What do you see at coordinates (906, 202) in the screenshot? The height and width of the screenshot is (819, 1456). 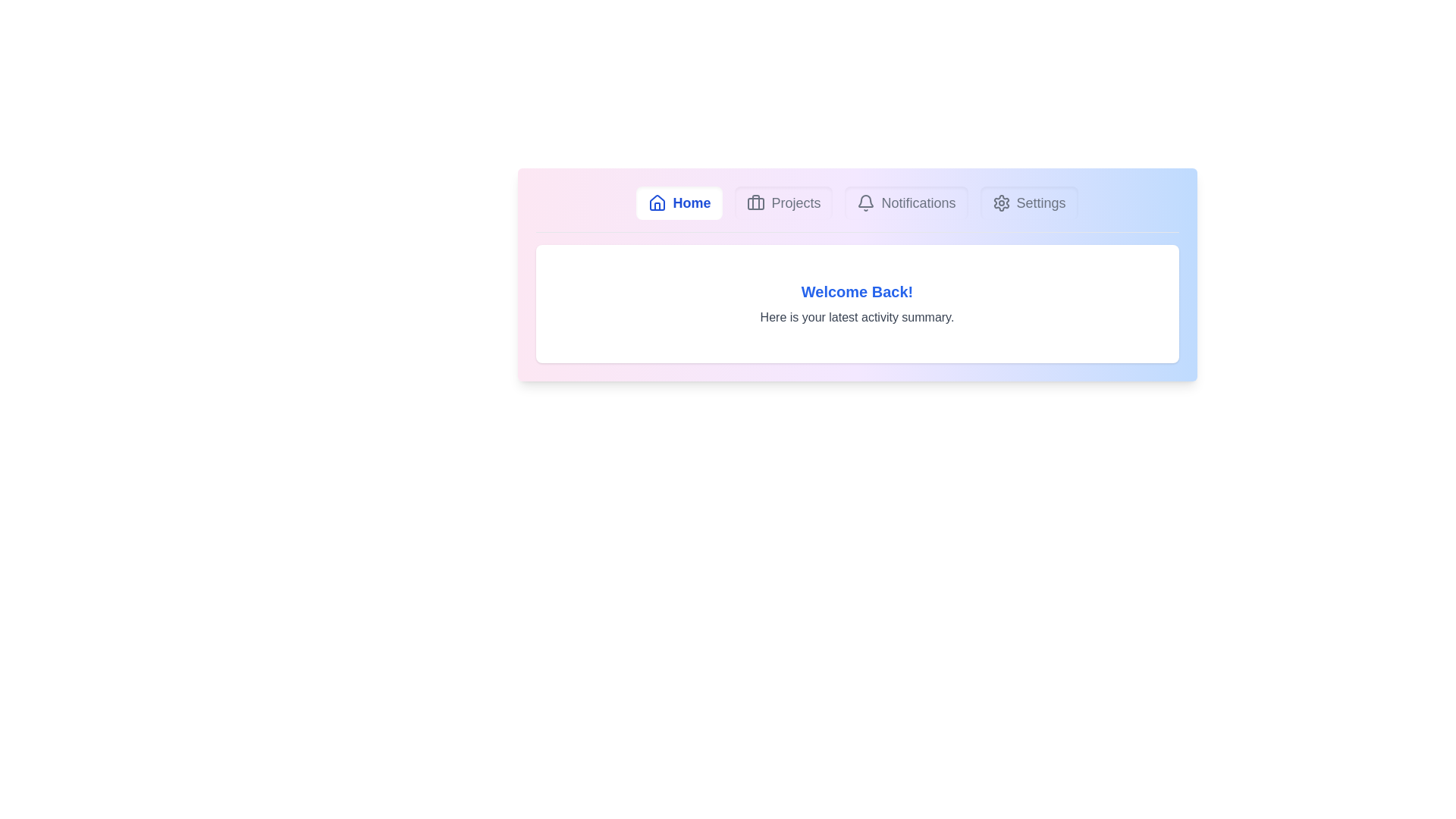 I see `the tab labeled Notifications to observe visual feedback` at bounding box center [906, 202].